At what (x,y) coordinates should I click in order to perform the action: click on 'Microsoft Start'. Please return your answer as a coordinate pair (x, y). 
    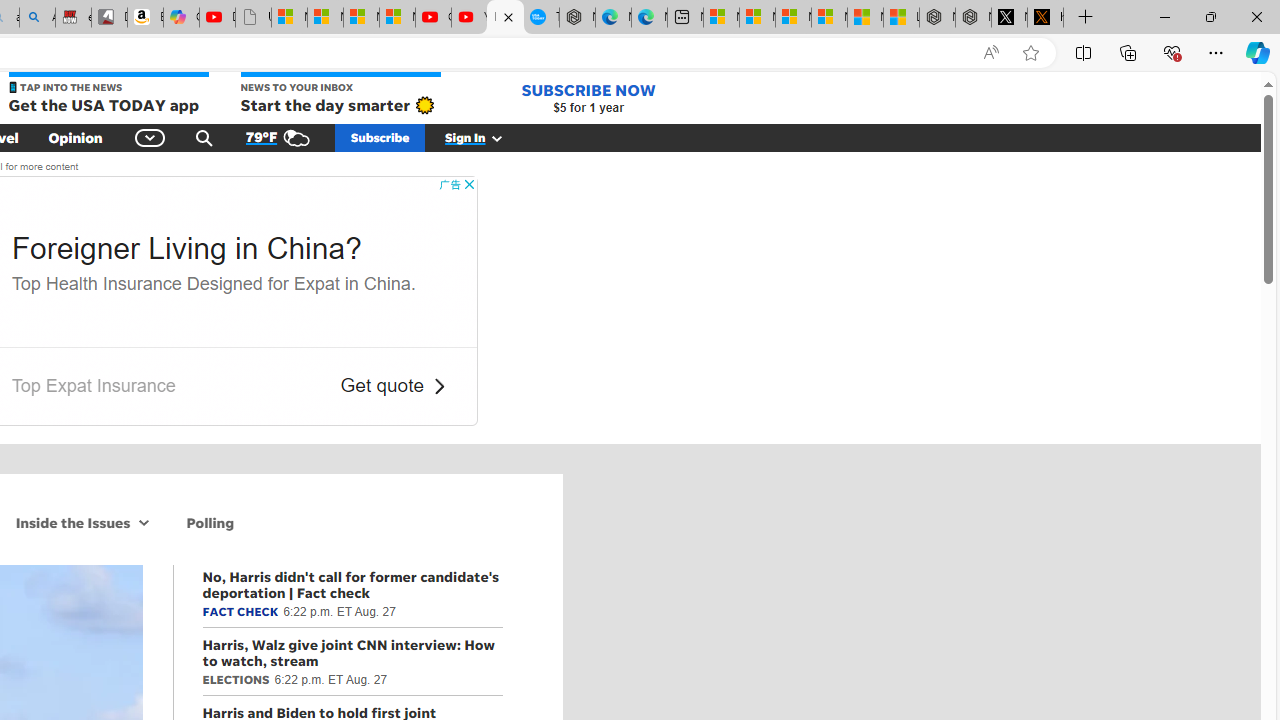
    Looking at the image, I should click on (865, 17).